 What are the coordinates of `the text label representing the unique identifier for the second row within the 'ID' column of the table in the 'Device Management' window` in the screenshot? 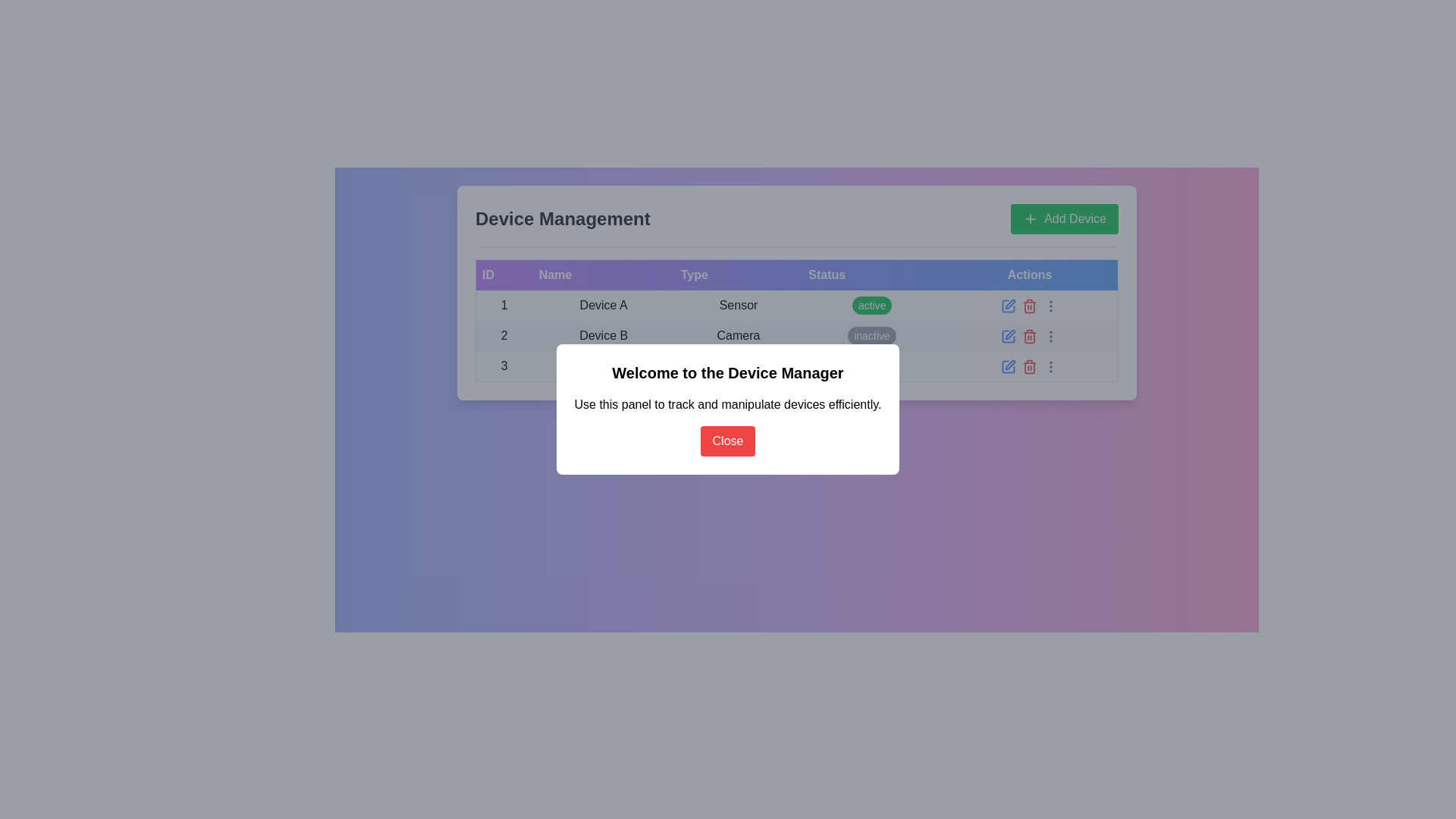 It's located at (504, 335).